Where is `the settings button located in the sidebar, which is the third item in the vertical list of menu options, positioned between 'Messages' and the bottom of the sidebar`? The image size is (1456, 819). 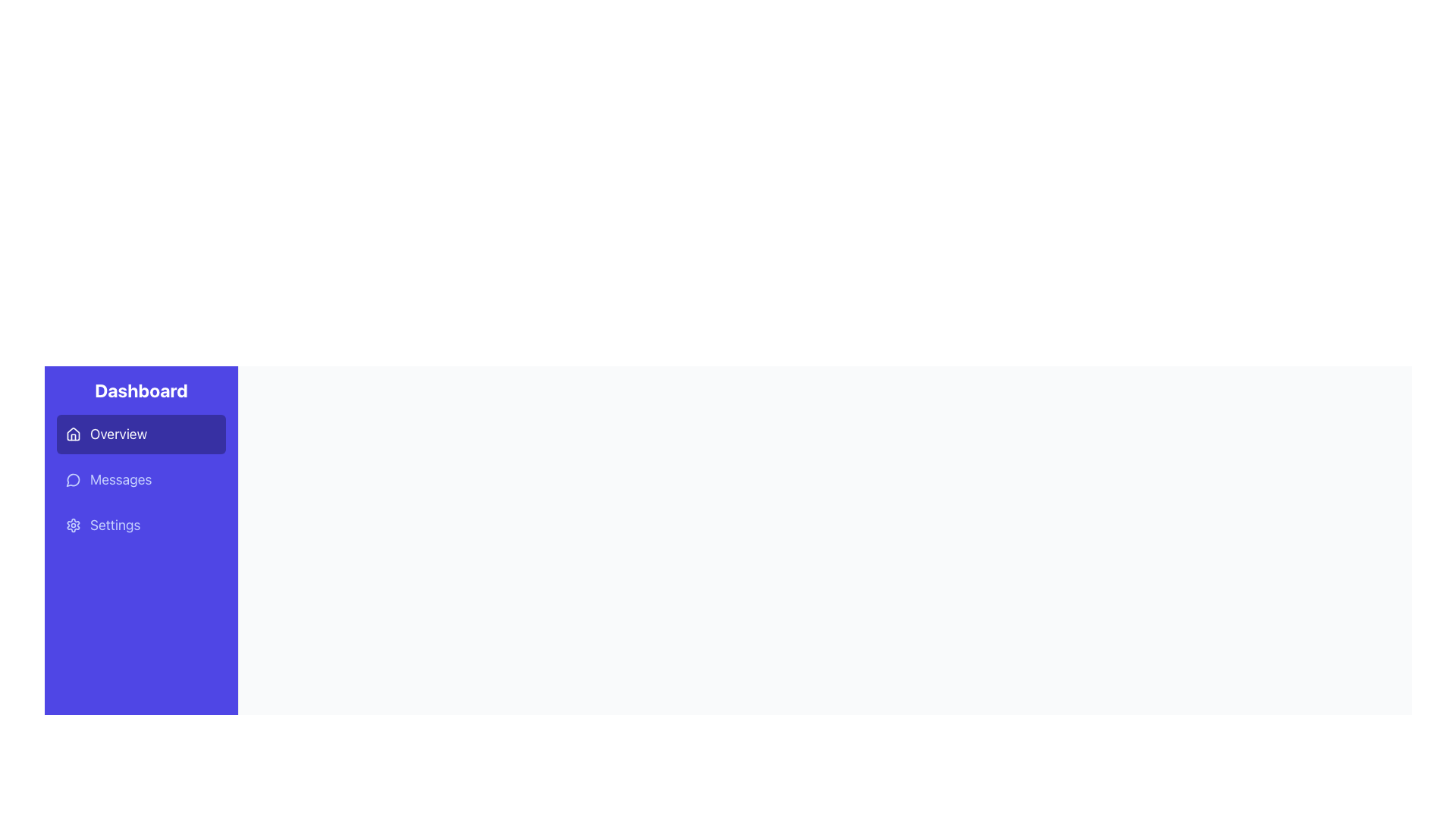 the settings button located in the sidebar, which is the third item in the vertical list of menu options, positioned between 'Messages' and the bottom of the sidebar is located at coordinates (141, 525).